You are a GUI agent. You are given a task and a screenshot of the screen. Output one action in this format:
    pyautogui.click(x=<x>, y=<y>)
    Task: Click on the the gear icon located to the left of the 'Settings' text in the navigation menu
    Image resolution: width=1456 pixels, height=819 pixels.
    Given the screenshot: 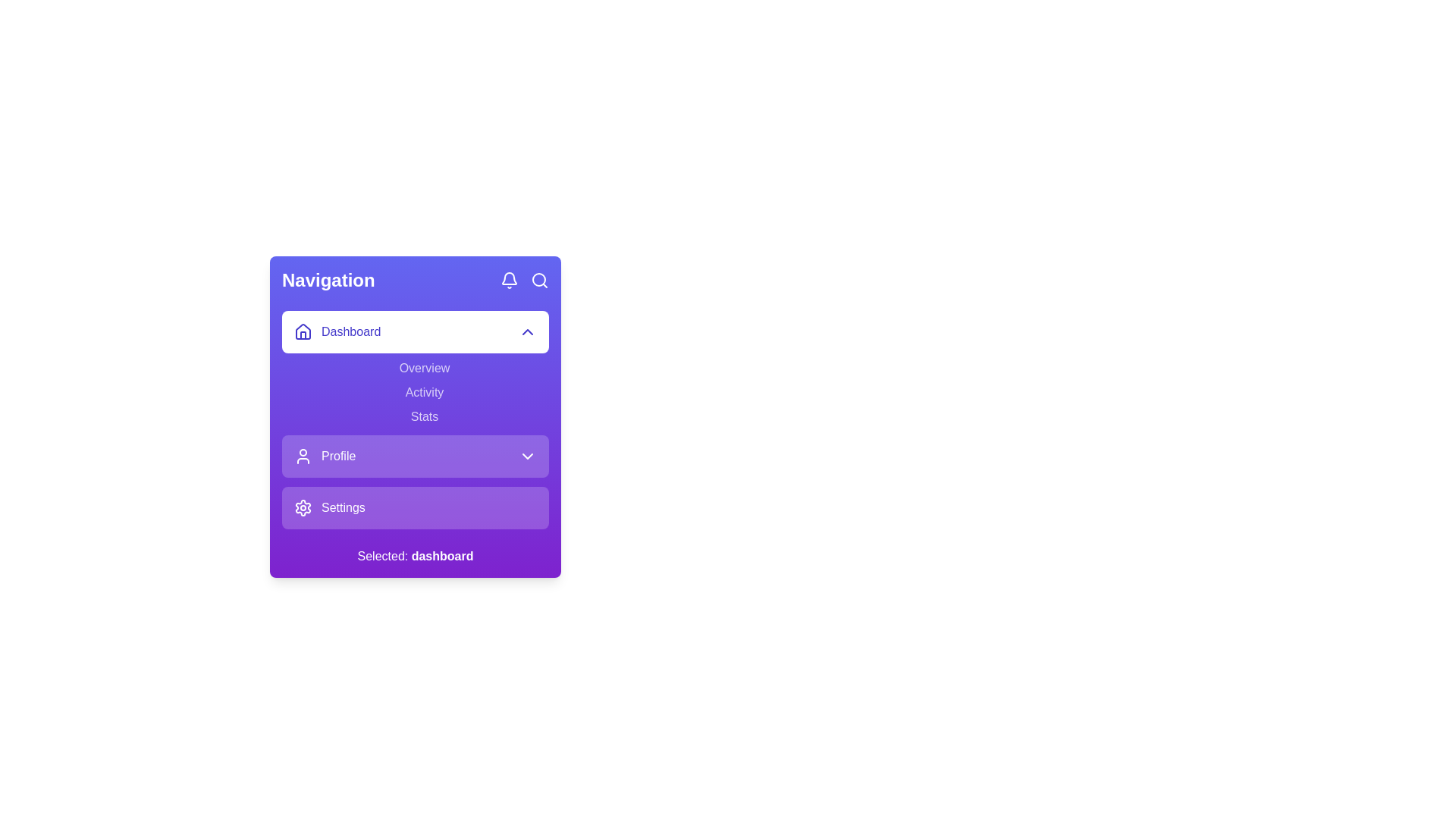 What is the action you would take?
    pyautogui.click(x=303, y=508)
    